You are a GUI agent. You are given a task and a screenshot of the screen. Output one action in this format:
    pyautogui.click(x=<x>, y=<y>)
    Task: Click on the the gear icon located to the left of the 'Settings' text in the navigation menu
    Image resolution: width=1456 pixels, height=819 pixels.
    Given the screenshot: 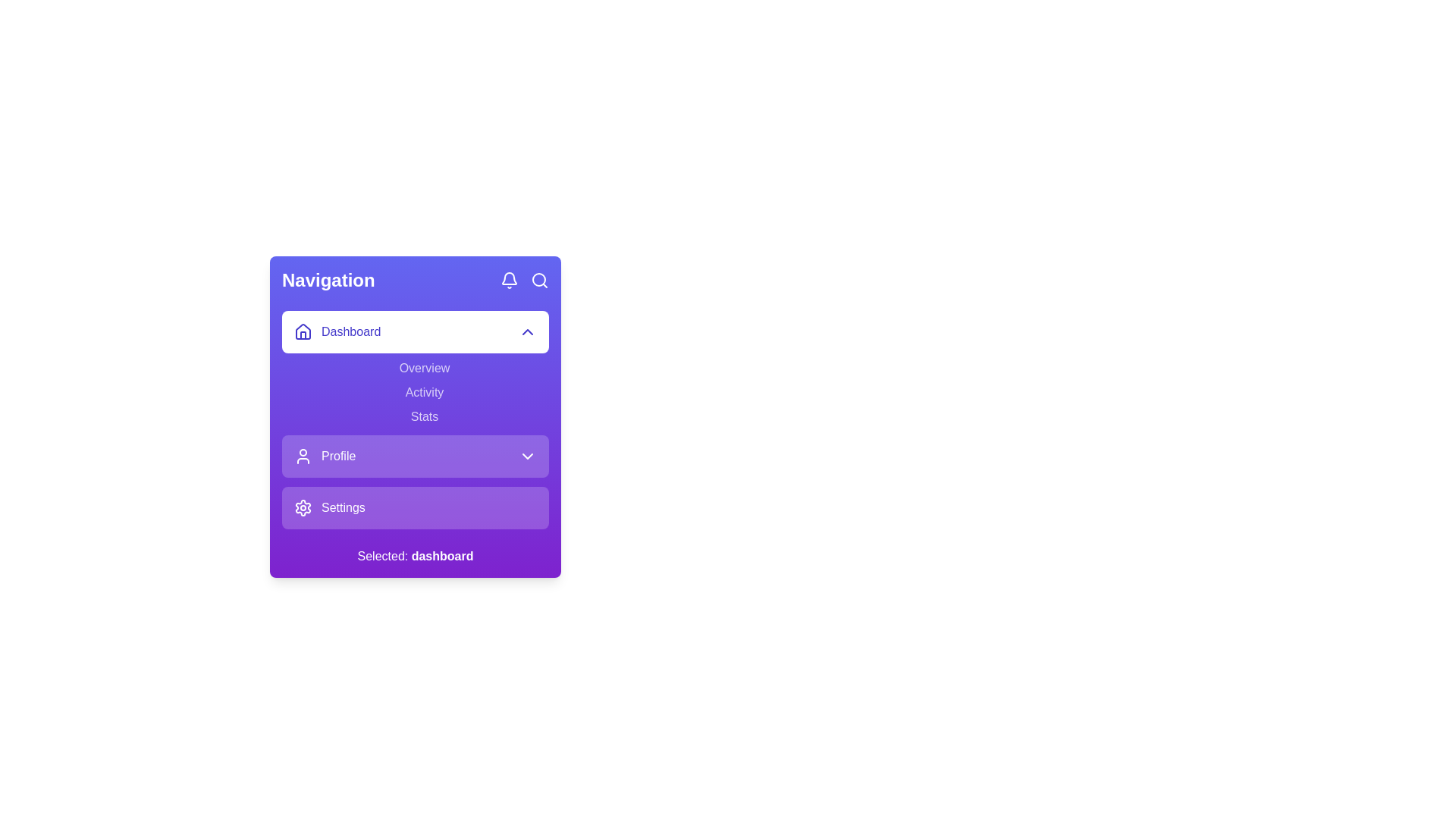 What is the action you would take?
    pyautogui.click(x=303, y=508)
    